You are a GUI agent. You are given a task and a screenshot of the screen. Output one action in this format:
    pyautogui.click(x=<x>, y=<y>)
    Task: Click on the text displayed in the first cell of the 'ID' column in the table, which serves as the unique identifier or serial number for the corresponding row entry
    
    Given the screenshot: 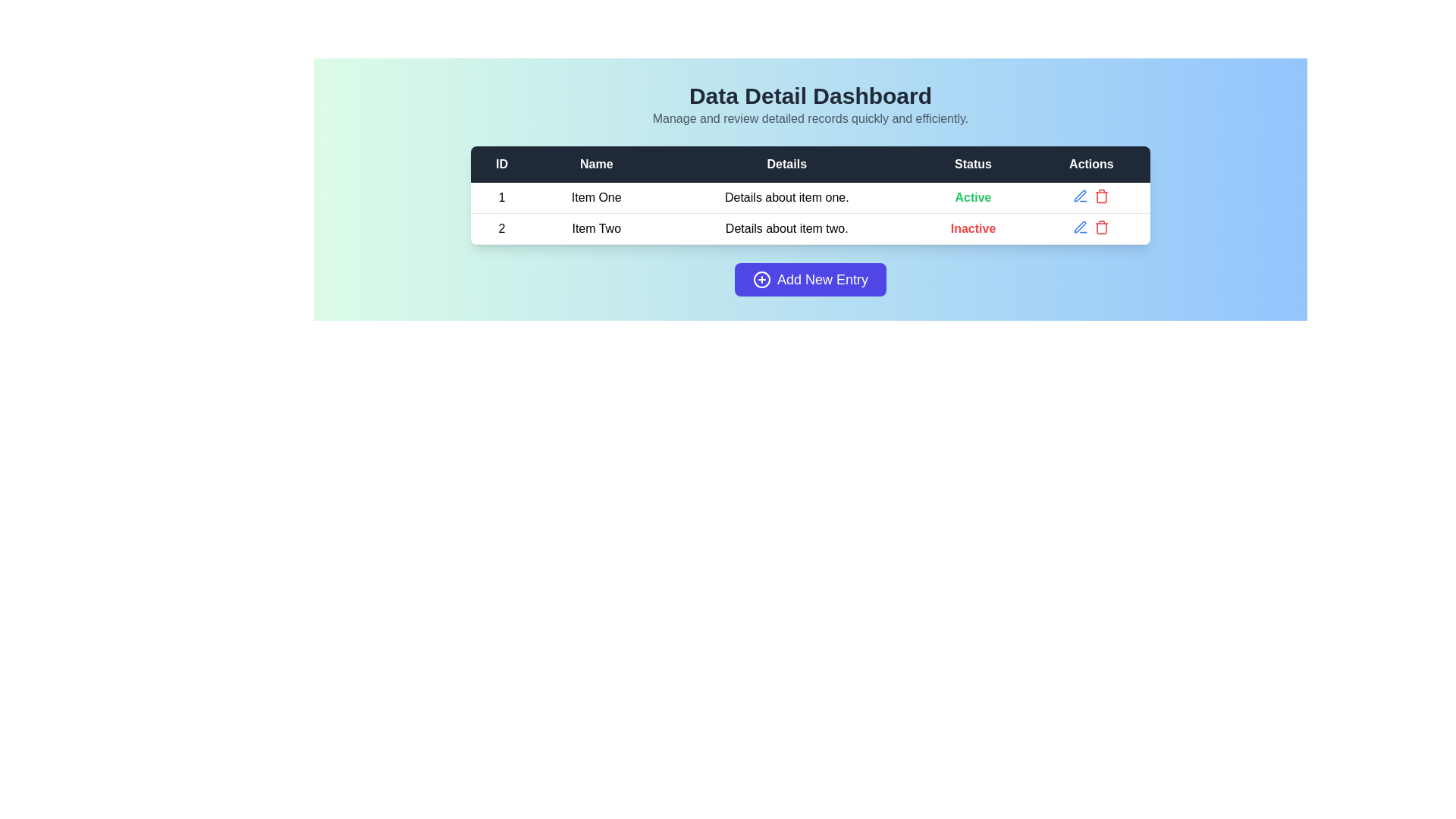 What is the action you would take?
    pyautogui.click(x=502, y=197)
    